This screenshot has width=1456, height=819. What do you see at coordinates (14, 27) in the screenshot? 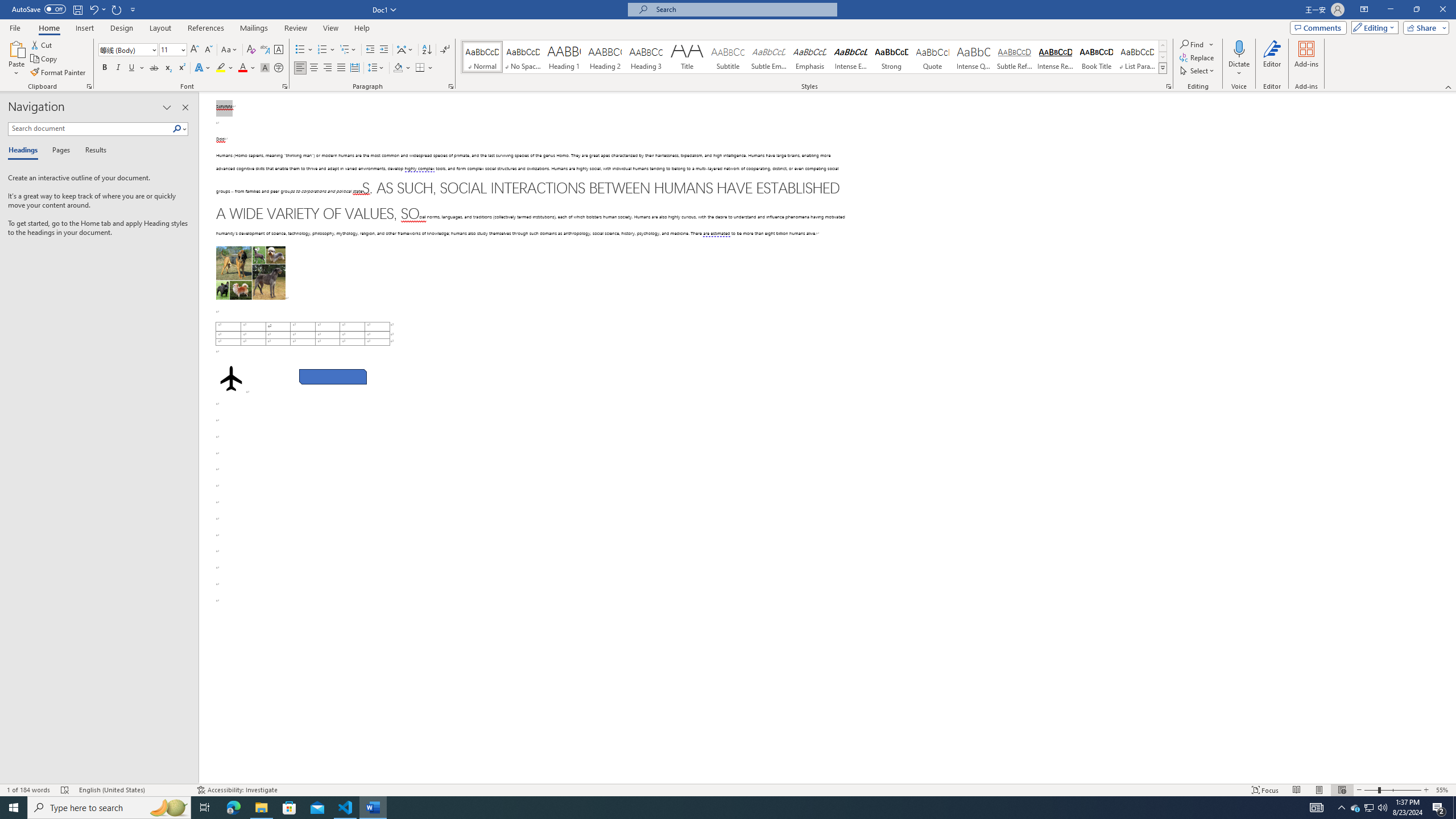
I see `'File Tab'` at bounding box center [14, 27].